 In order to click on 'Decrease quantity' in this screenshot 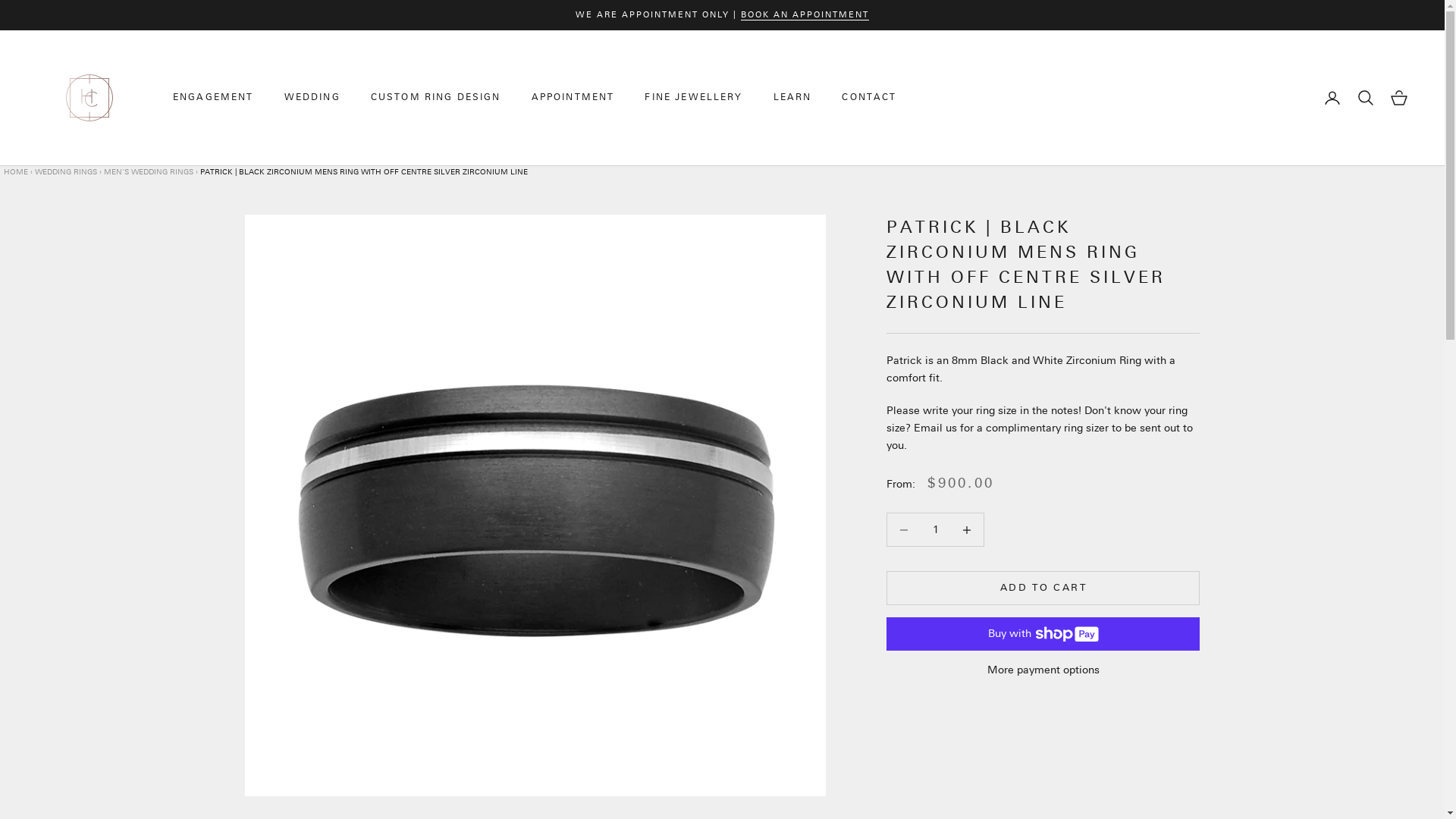, I will do `click(949, 529)`.